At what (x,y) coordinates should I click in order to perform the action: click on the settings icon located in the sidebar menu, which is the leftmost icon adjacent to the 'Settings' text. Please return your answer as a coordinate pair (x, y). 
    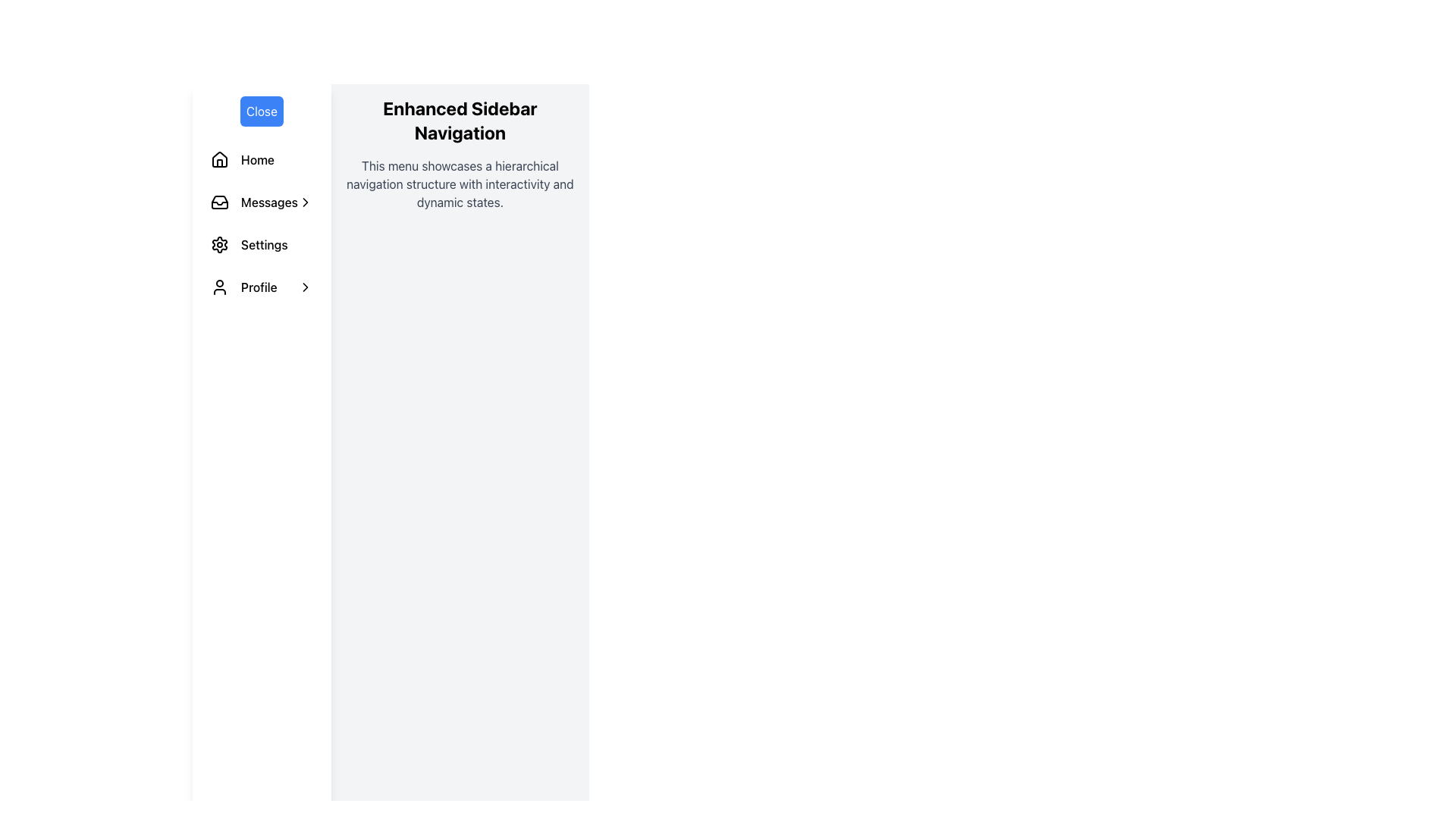
    Looking at the image, I should click on (218, 244).